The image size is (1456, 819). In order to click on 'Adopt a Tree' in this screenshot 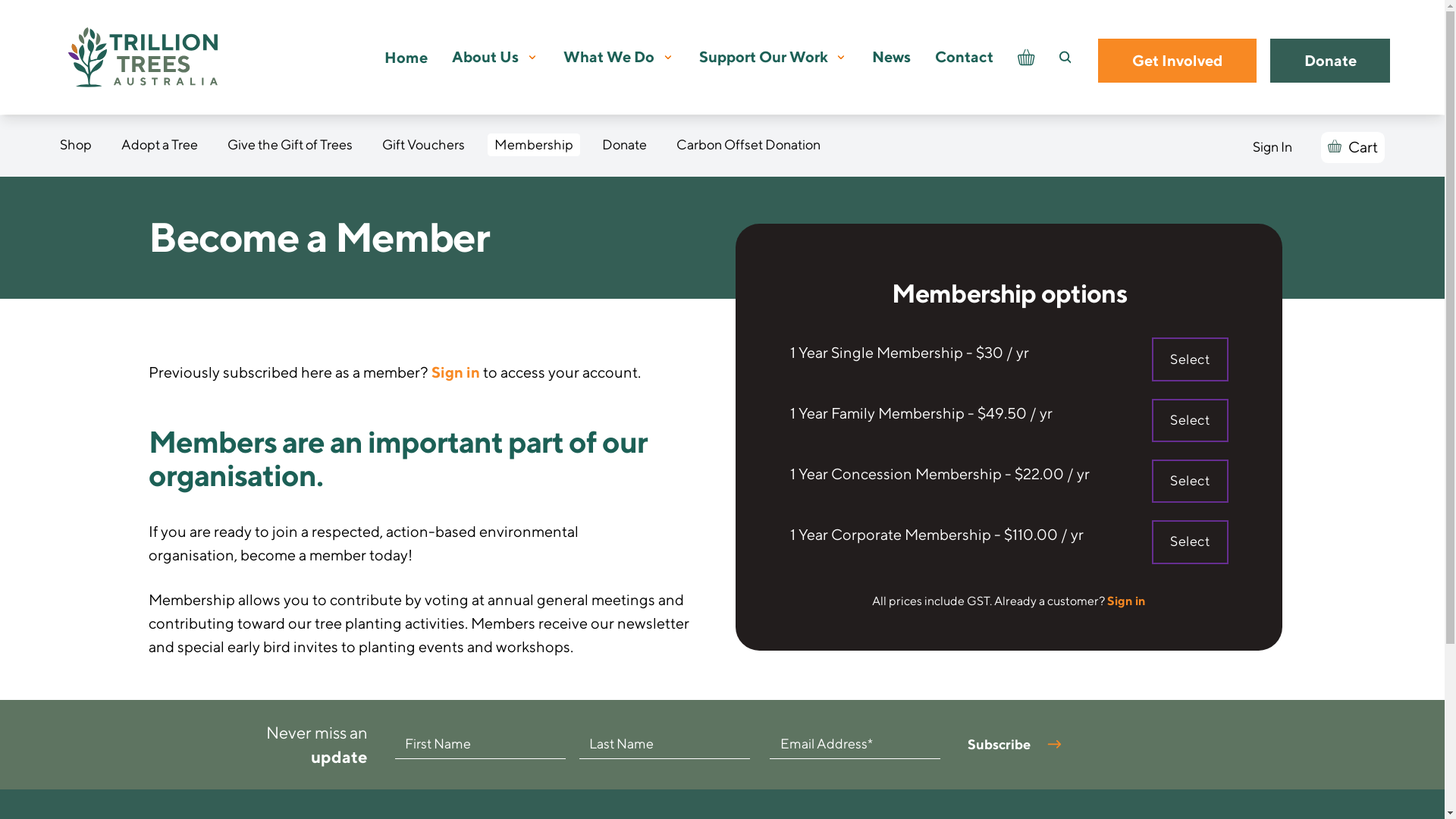, I will do `click(159, 145)`.